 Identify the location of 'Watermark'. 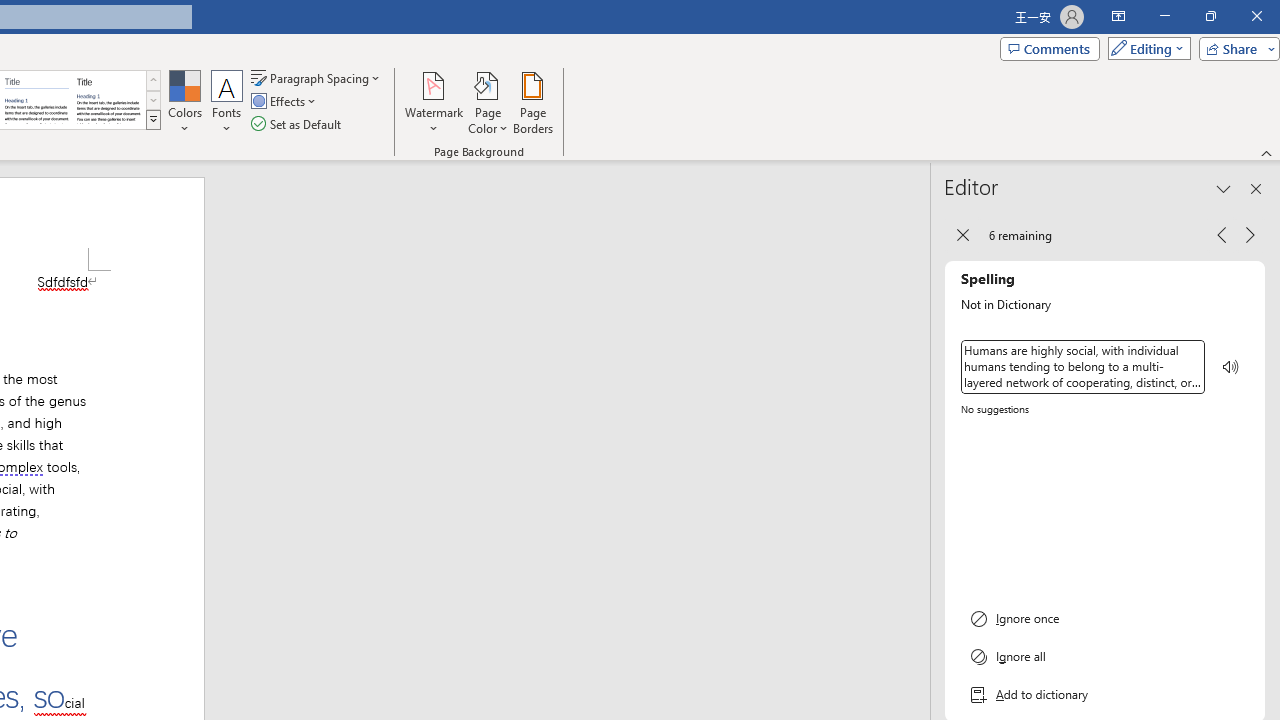
(433, 103).